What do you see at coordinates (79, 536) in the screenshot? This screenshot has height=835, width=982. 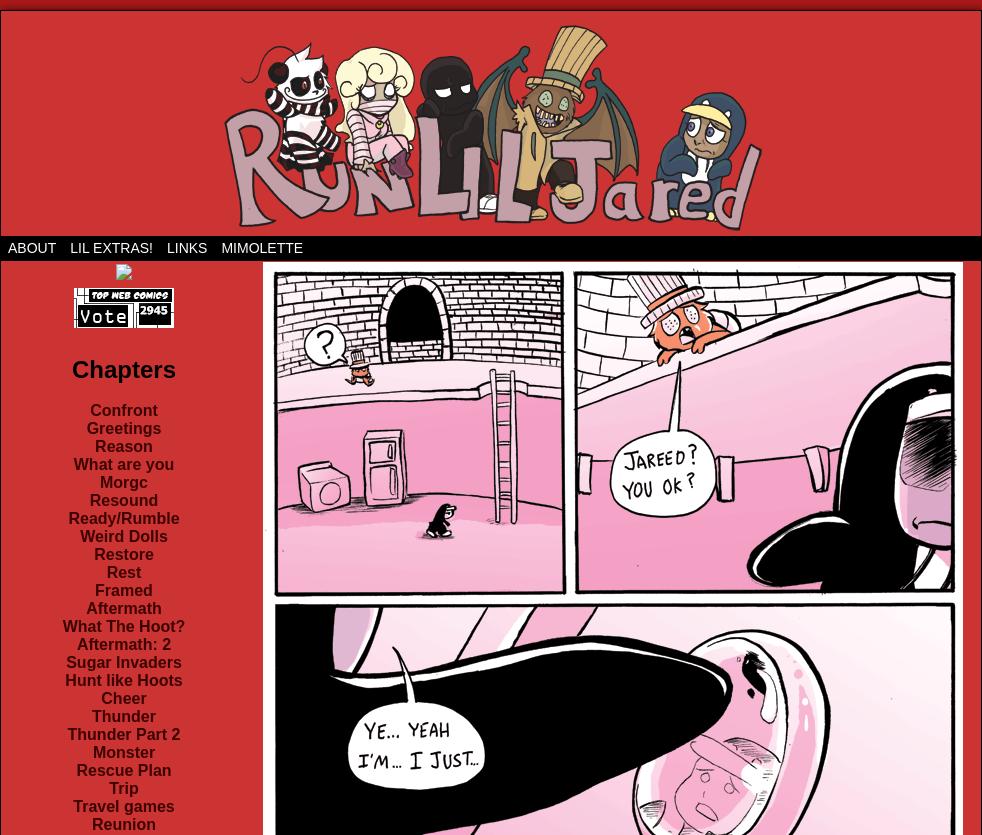 I see `'Weird Dolls'` at bounding box center [79, 536].